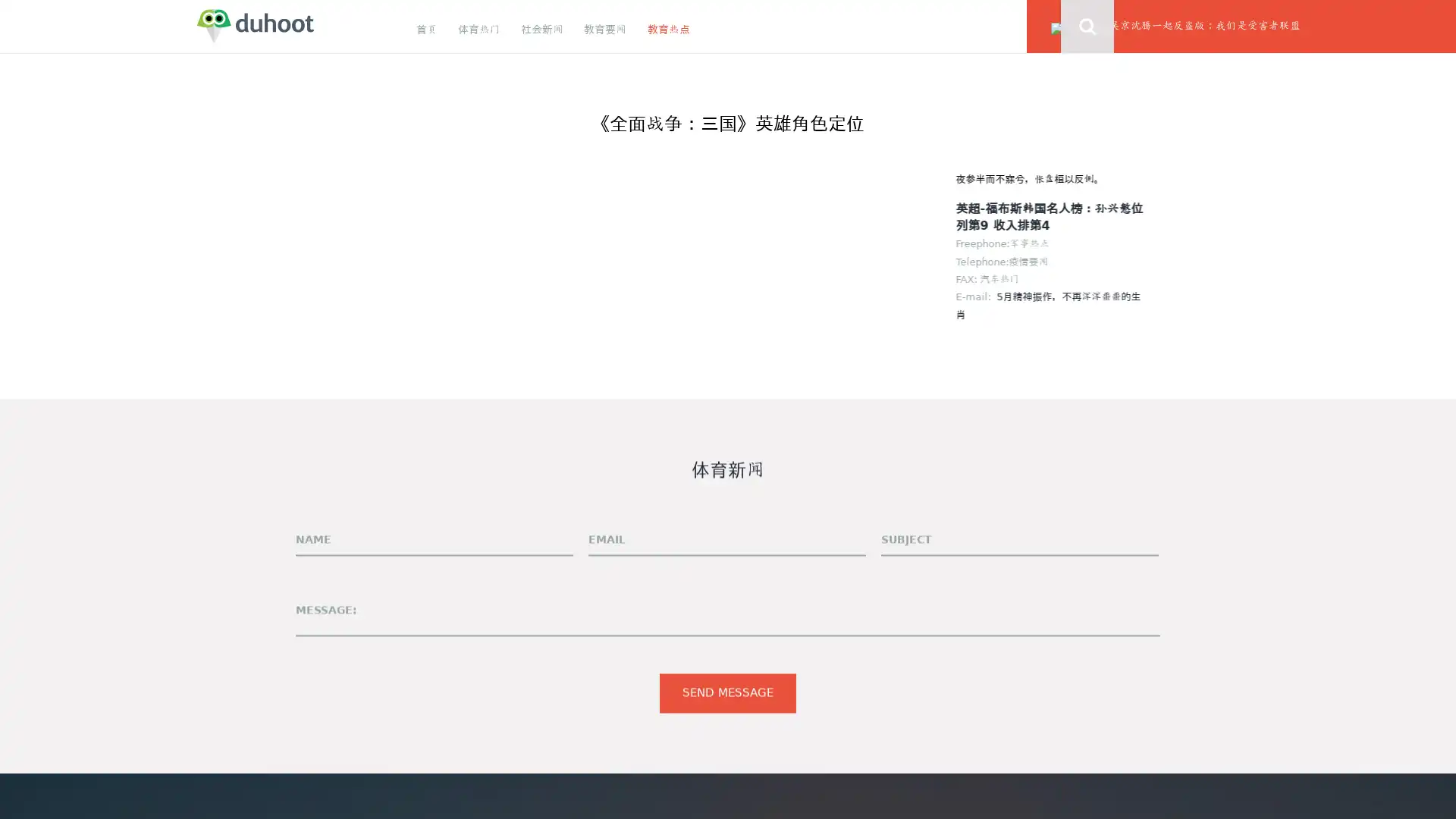  I want to click on Send Message, so click(728, 692).